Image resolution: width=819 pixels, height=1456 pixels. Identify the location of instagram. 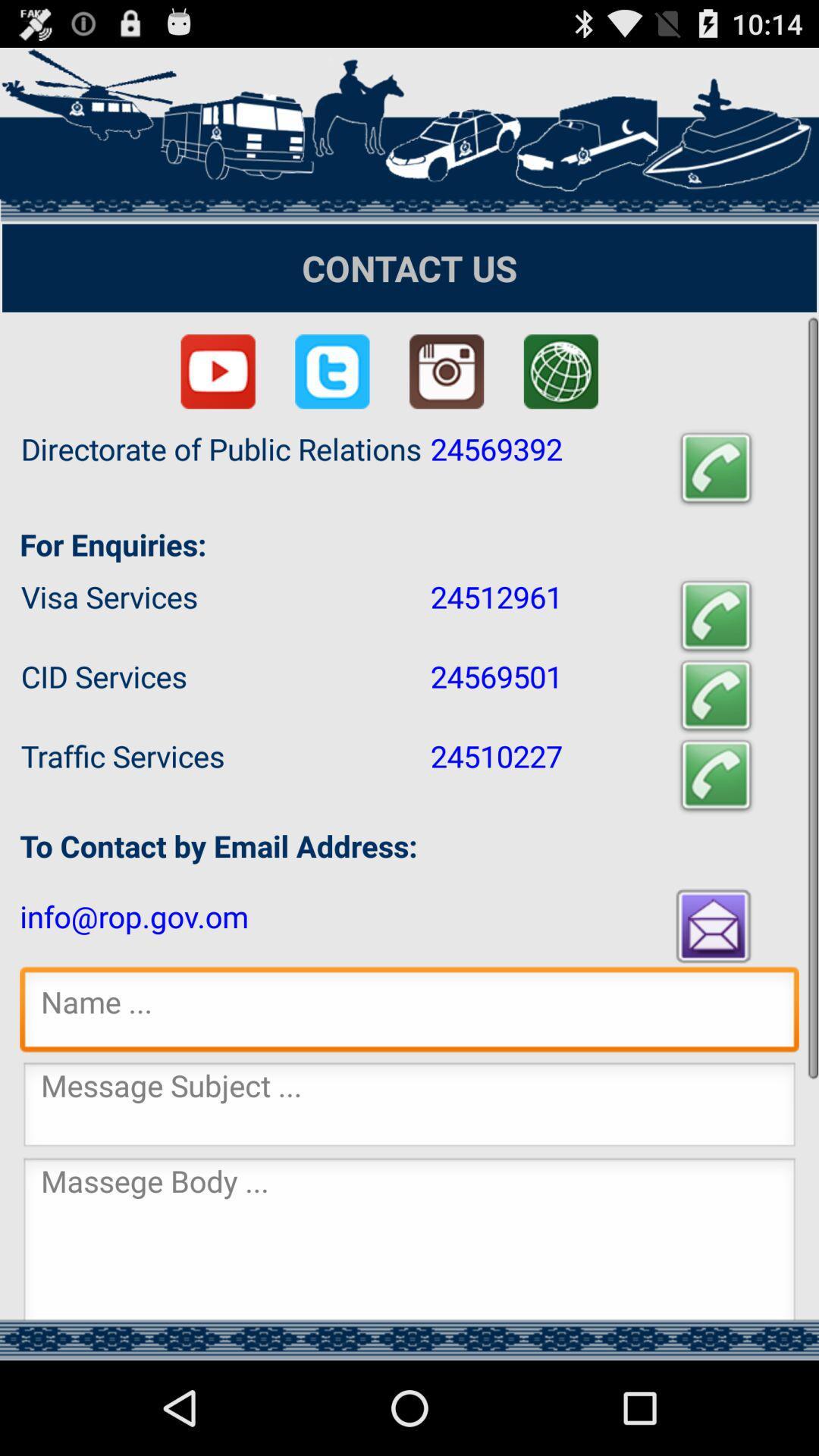
(446, 372).